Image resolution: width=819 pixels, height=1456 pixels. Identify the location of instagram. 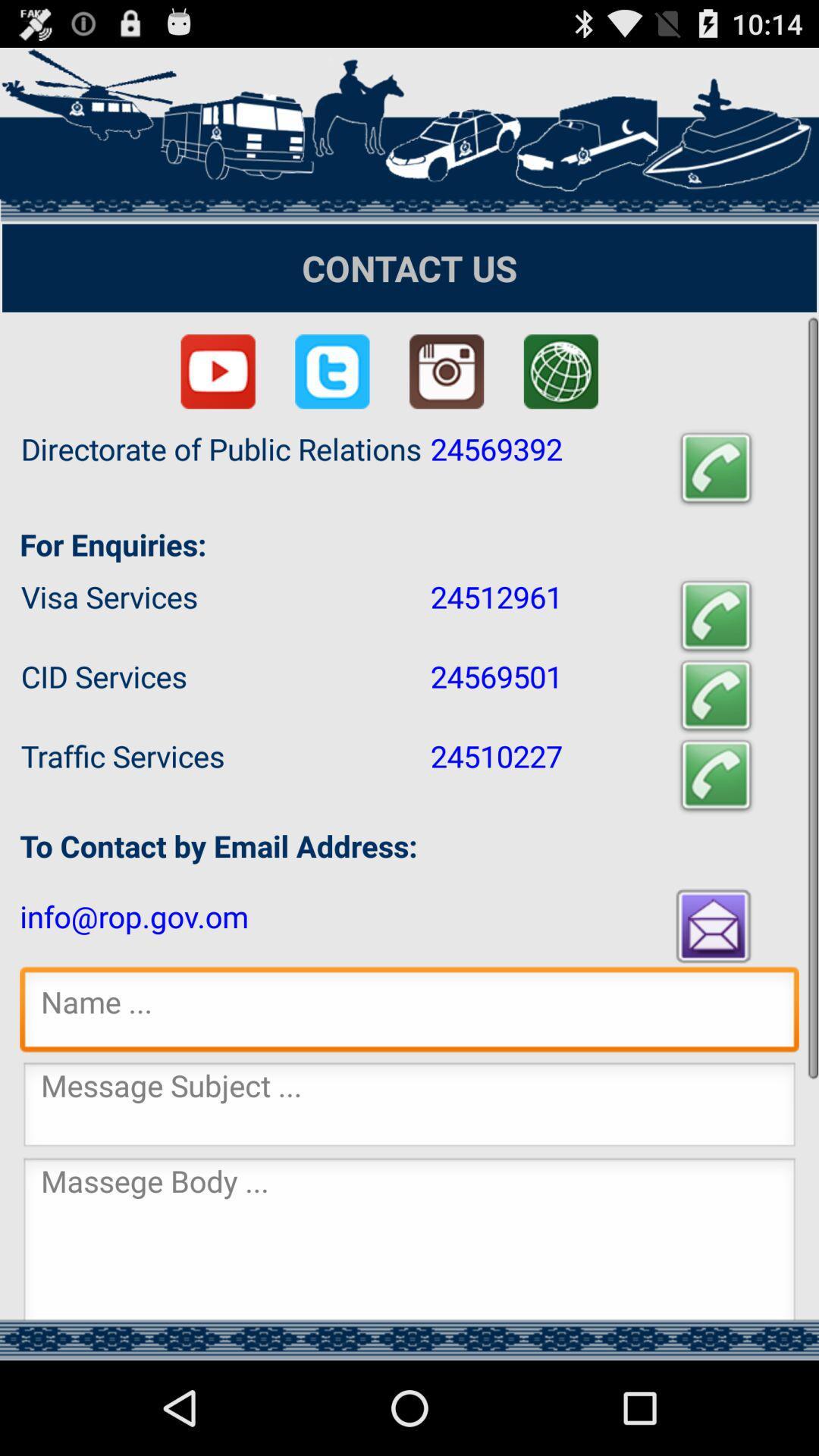
(446, 372).